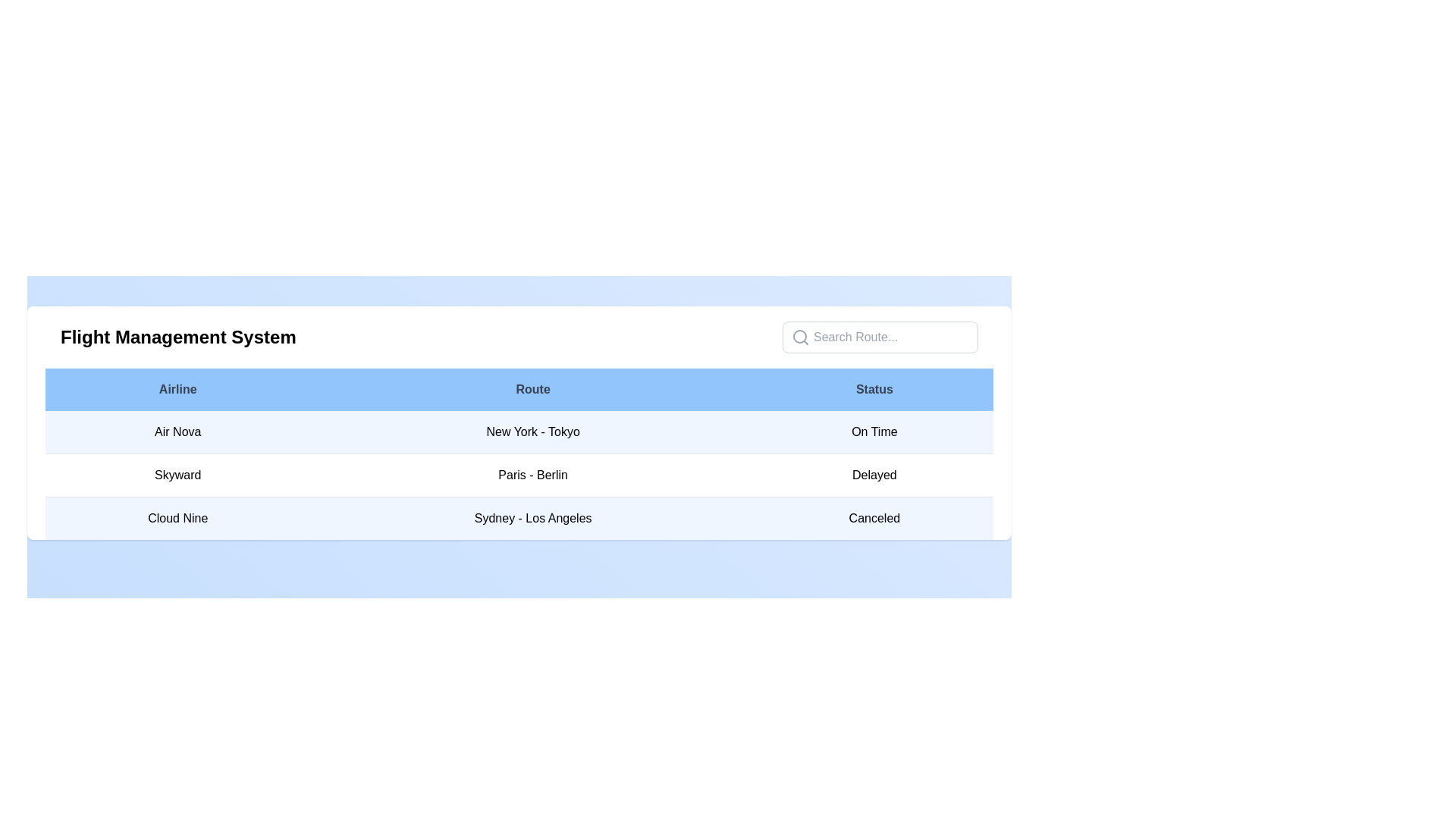 Image resolution: width=1456 pixels, height=819 pixels. Describe the element at coordinates (880, 336) in the screenshot. I see `inside the search input field with the placeholder 'Search Route...' in the Flight Management System header to place the cursor` at that location.